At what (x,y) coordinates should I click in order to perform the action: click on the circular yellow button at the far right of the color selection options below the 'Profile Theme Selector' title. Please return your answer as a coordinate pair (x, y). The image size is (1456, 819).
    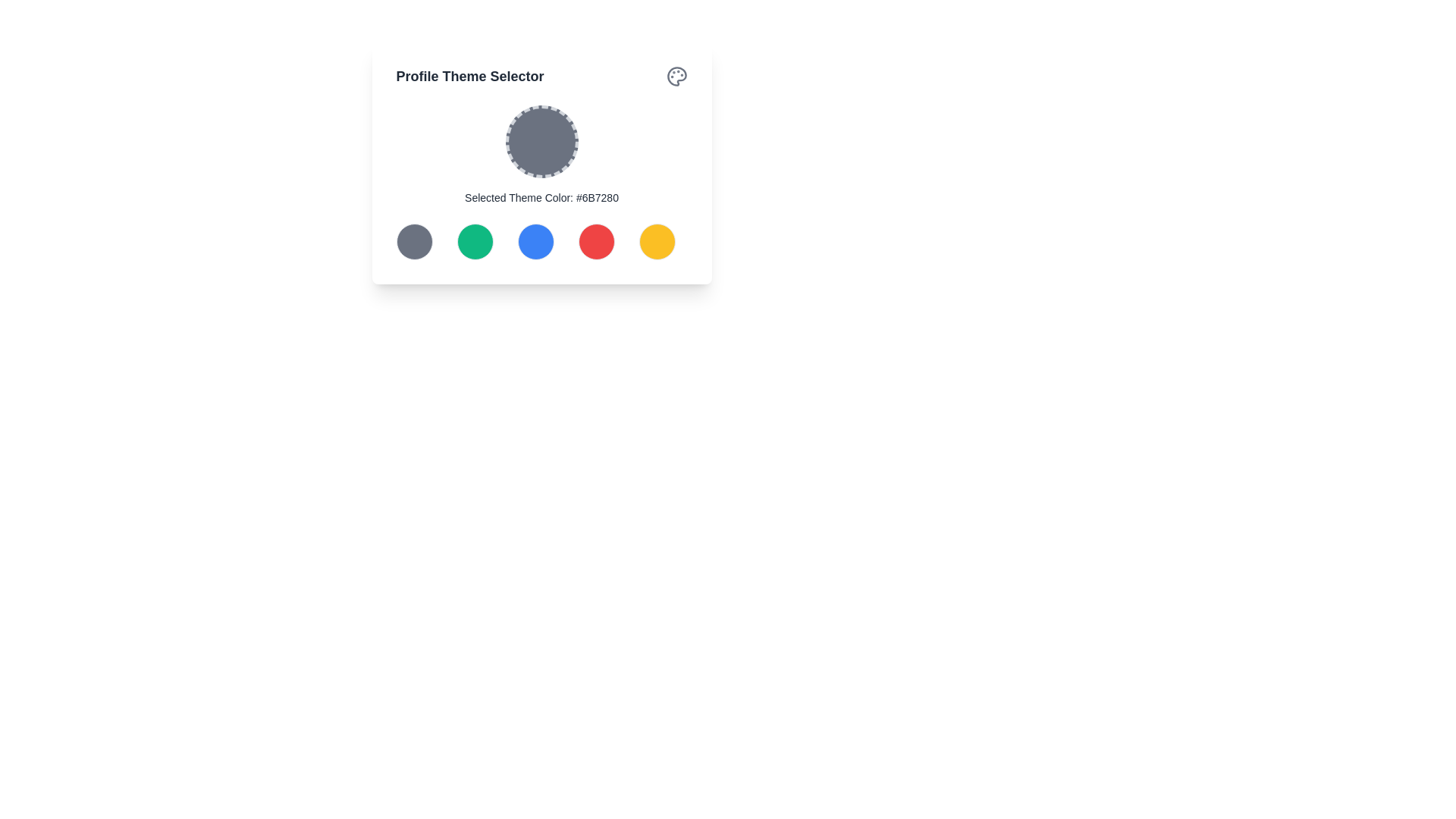
    Looking at the image, I should click on (657, 241).